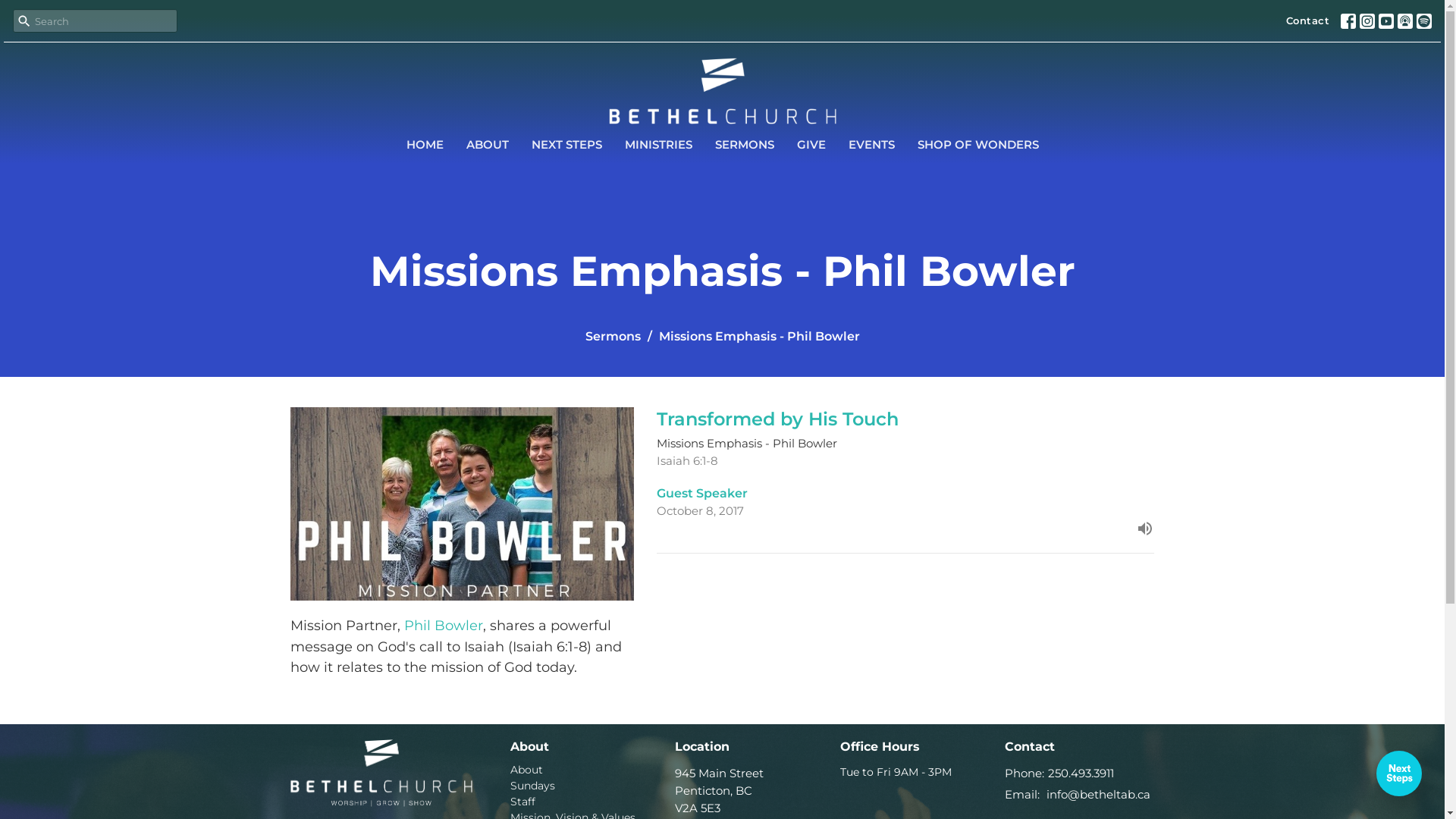  Describe the element at coordinates (1080, 773) in the screenshot. I see `'250.493.3911'` at that location.